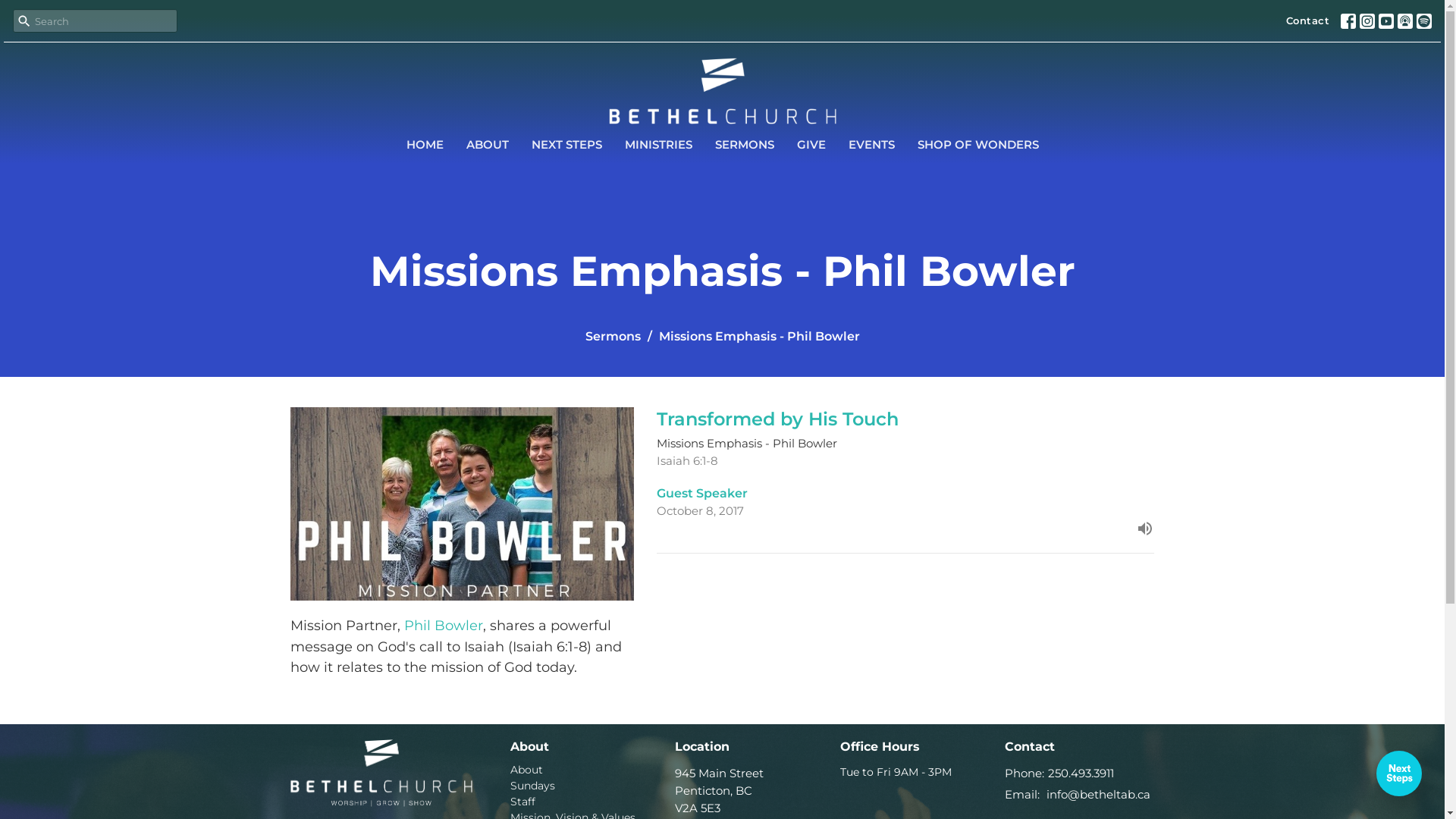  Describe the element at coordinates (1080, 773) in the screenshot. I see `'250.493.3911'` at that location.